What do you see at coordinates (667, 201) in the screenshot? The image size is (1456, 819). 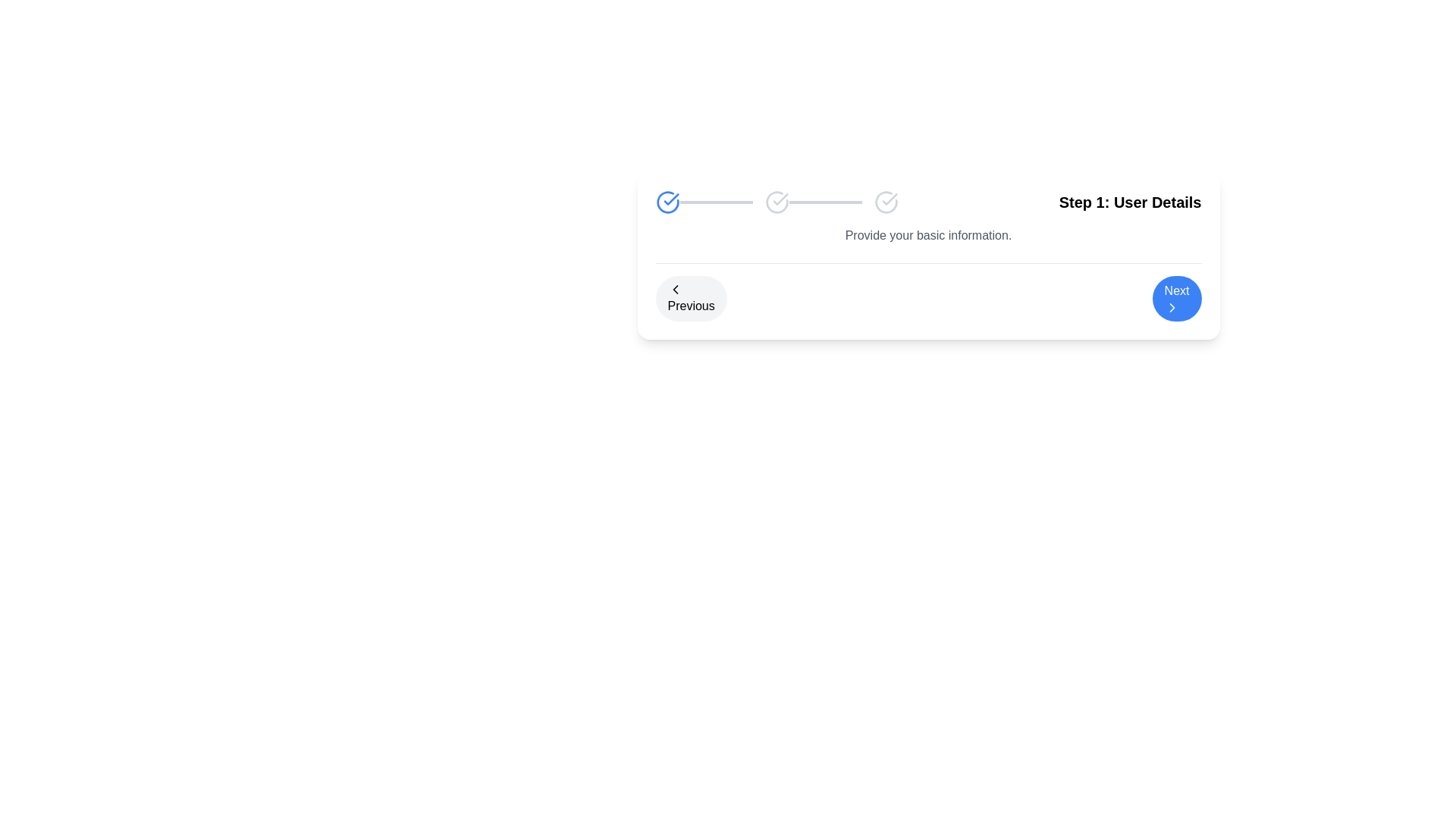 I see `the circular icon with a checkmark, which is the leftmost icon in the step progress bar at the top of the interface, indicating a status of completion` at bounding box center [667, 201].